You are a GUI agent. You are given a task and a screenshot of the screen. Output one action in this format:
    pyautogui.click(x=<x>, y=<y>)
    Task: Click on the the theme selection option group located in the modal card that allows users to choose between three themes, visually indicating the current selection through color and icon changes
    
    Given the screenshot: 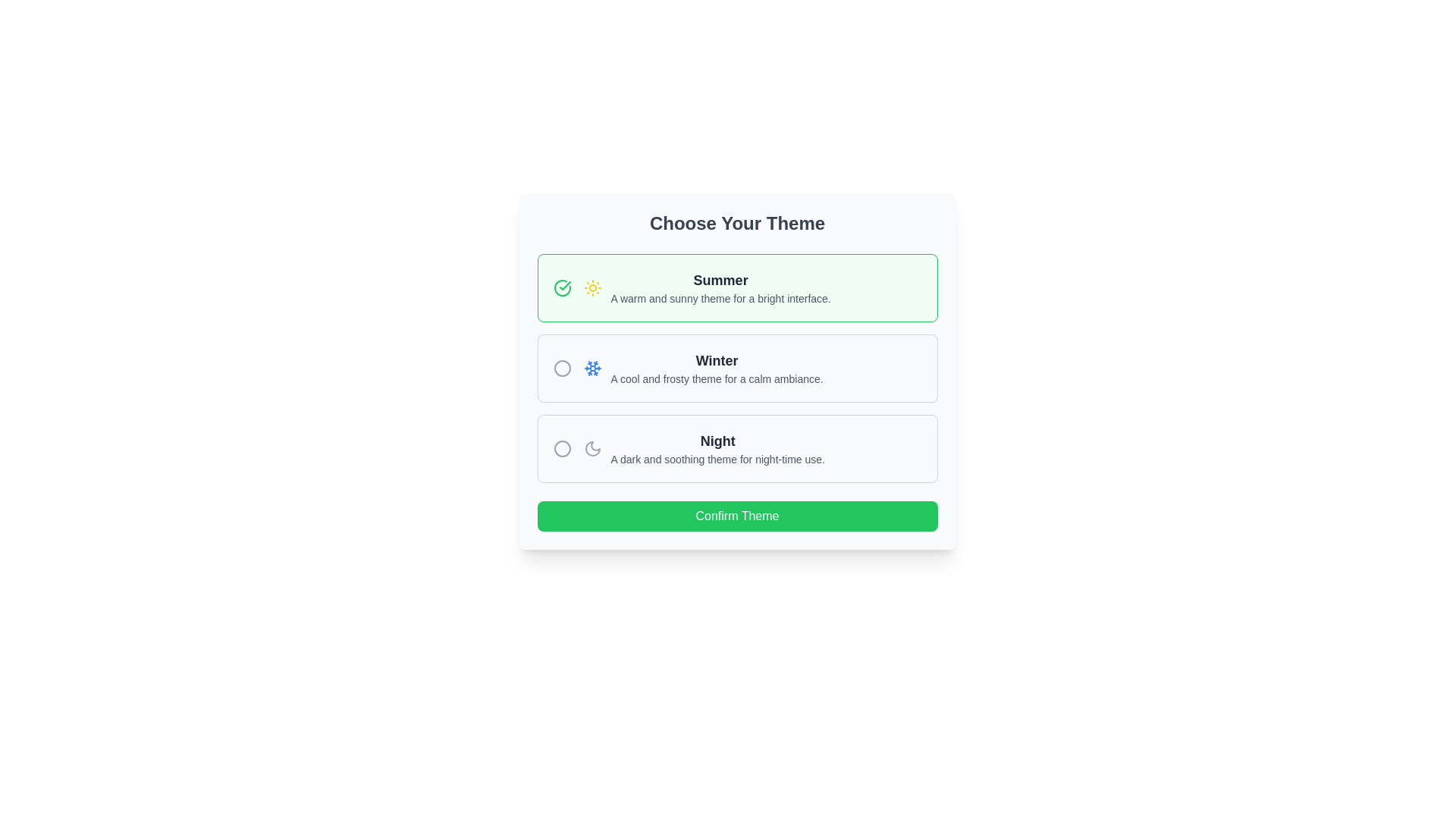 What is the action you would take?
    pyautogui.click(x=737, y=369)
    